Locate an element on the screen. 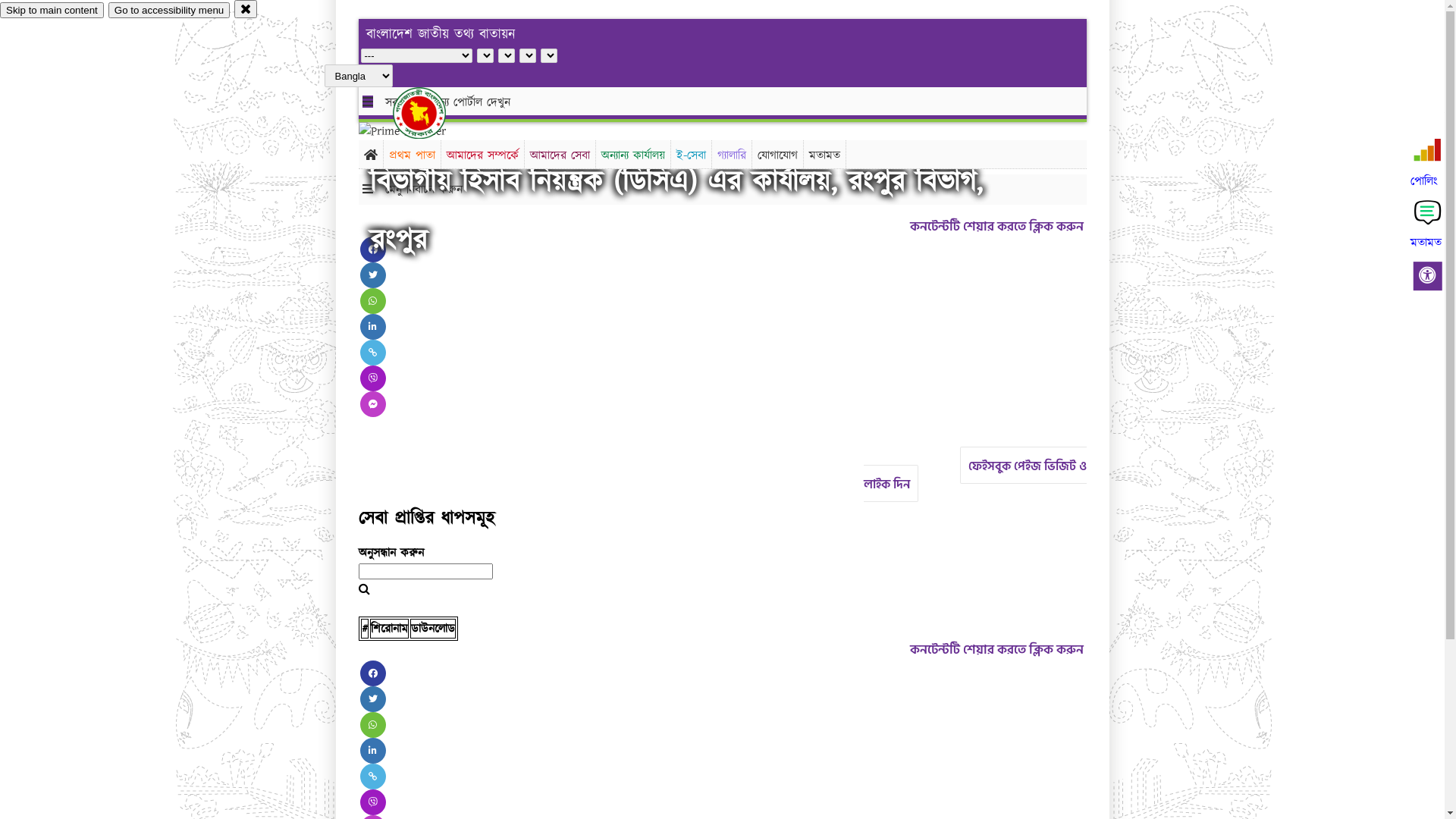  ' is located at coordinates (431, 112).